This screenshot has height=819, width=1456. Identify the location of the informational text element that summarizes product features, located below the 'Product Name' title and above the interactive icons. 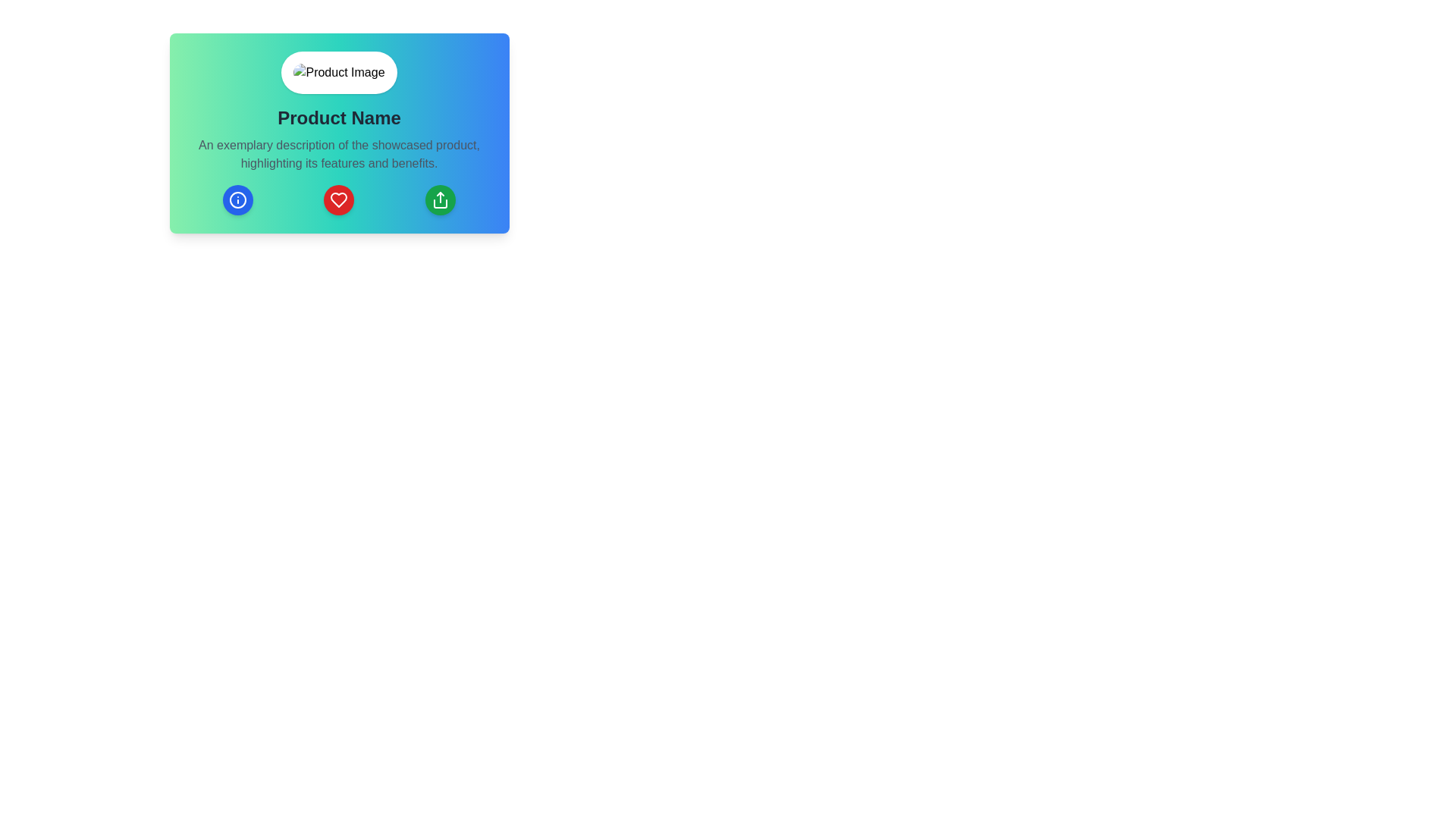
(338, 155).